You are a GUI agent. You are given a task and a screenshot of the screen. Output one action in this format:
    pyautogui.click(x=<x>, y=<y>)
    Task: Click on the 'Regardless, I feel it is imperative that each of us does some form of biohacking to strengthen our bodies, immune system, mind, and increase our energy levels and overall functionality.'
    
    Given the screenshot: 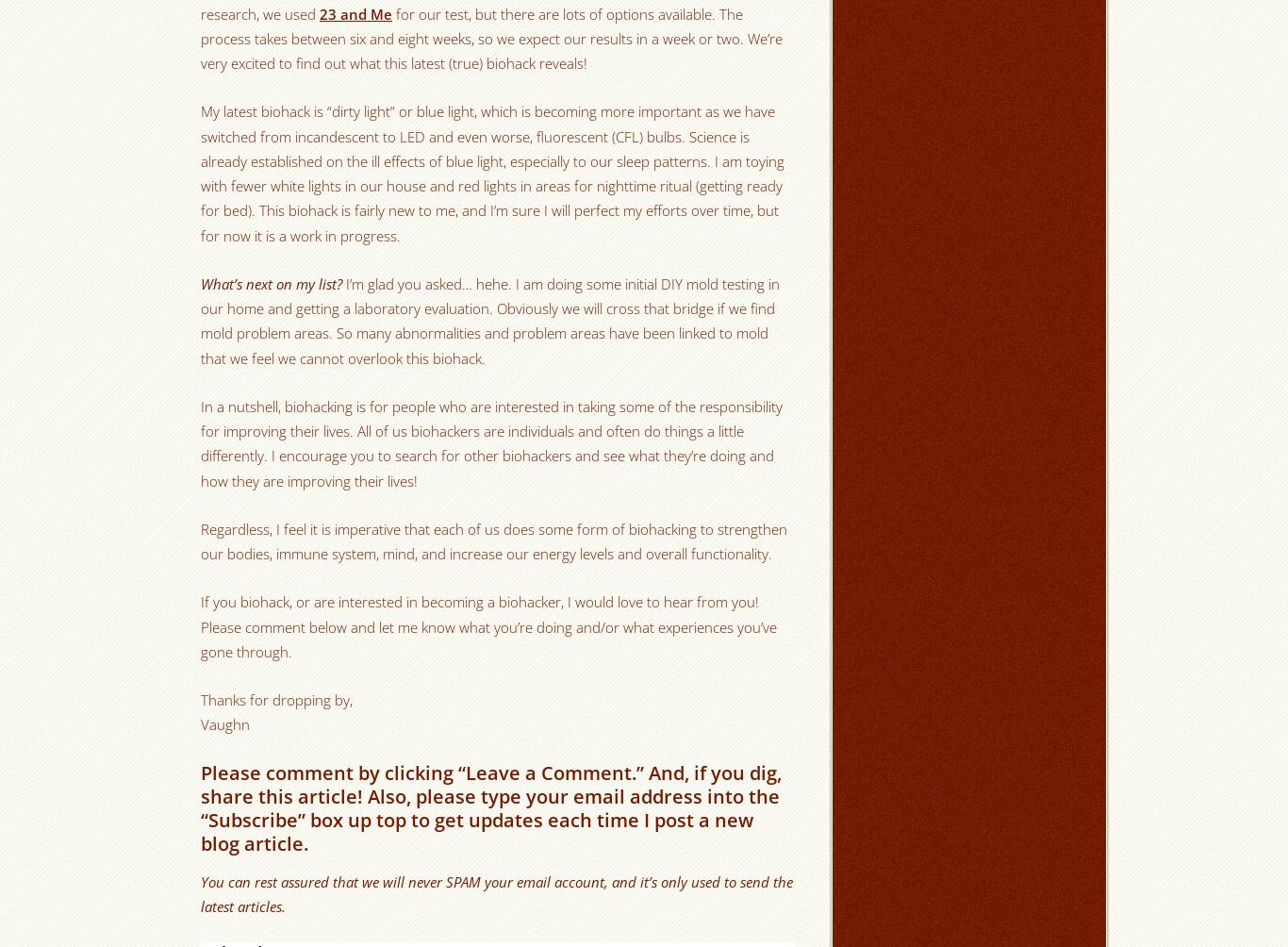 What is the action you would take?
    pyautogui.click(x=493, y=540)
    